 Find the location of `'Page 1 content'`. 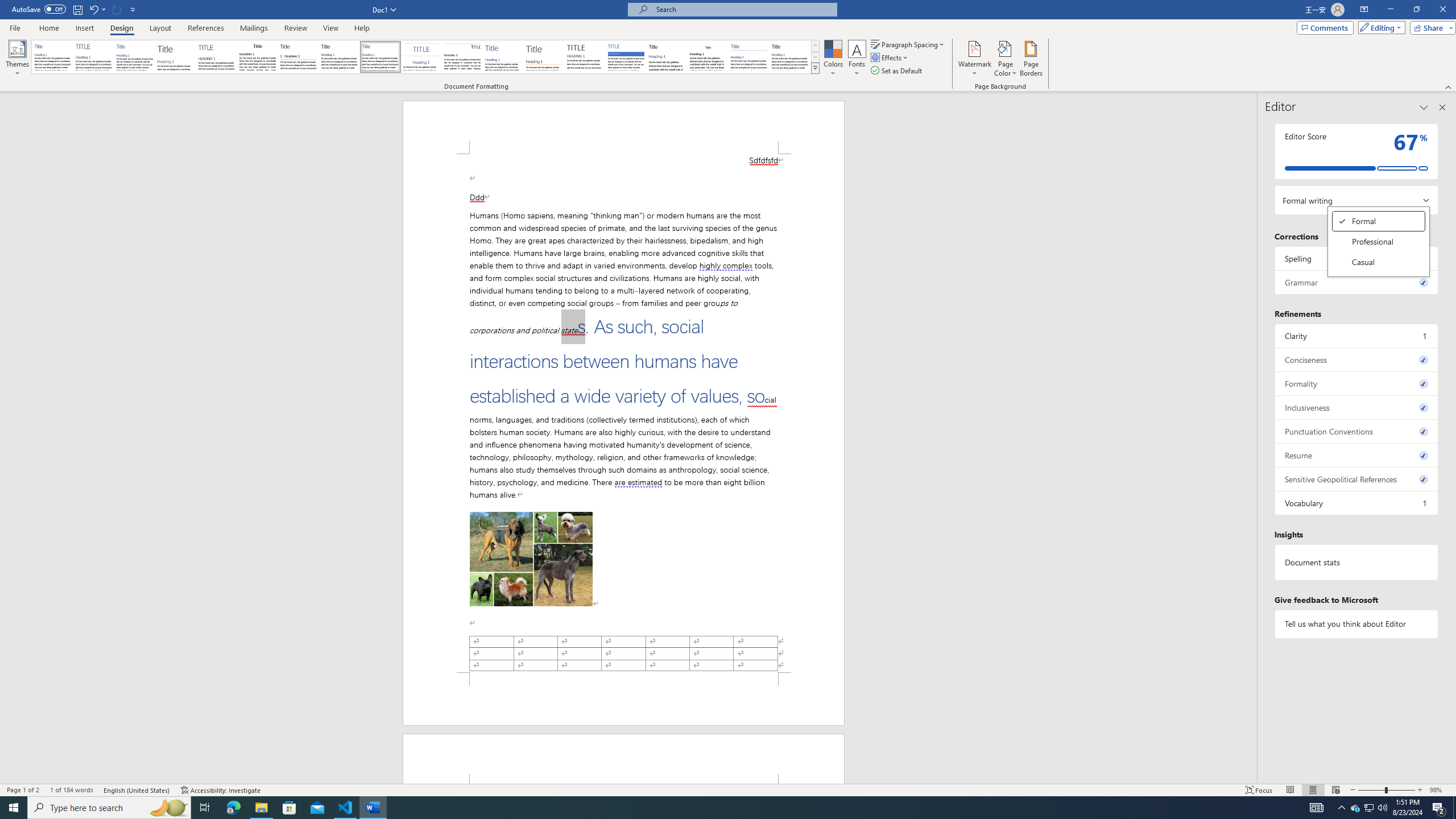

'Page 1 content' is located at coordinates (623, 412).